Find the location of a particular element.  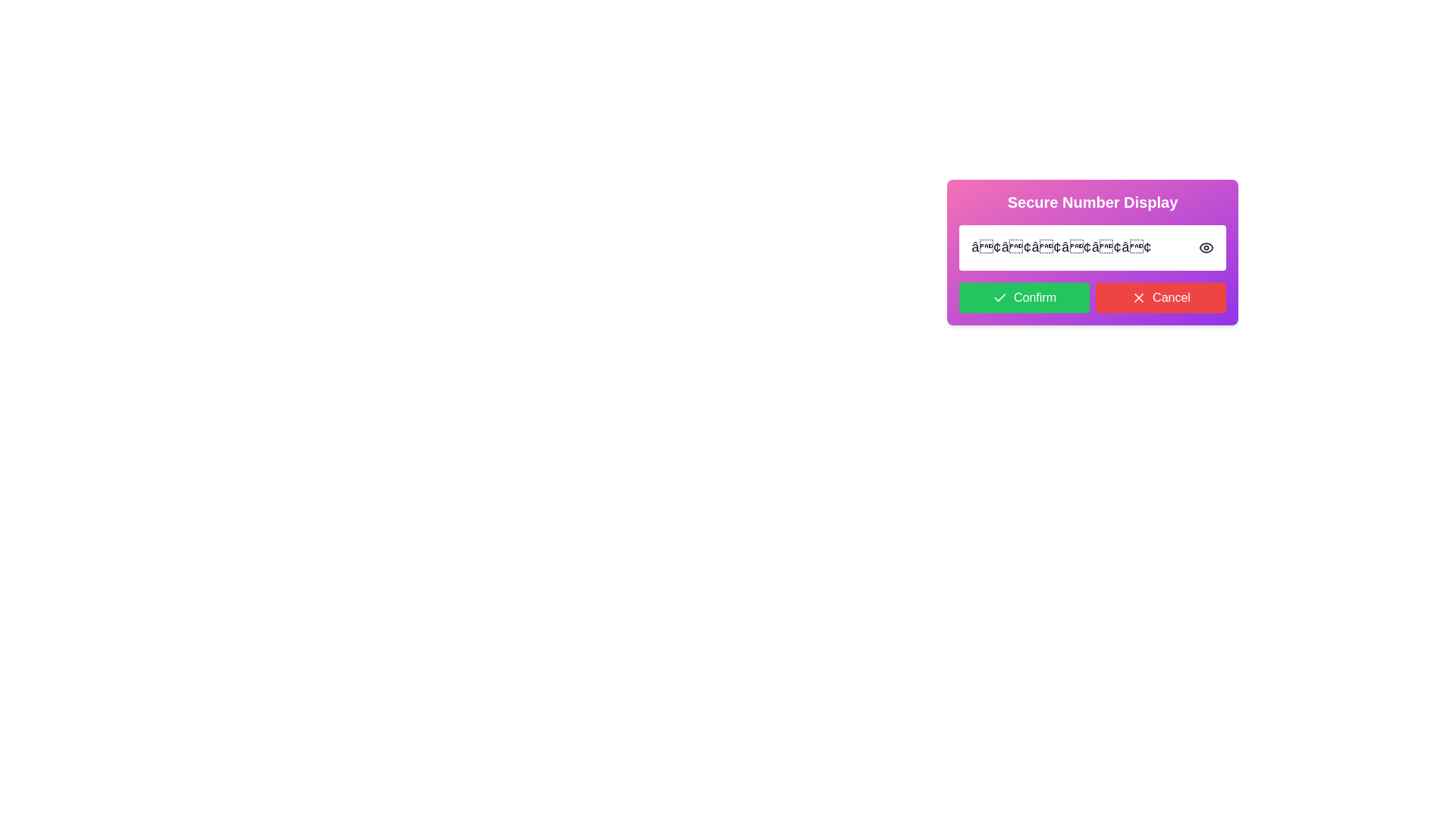

the cancel button located to the right of the green 'Confirm' button in the control panel to change its color is located at coordinates (1160, 298).